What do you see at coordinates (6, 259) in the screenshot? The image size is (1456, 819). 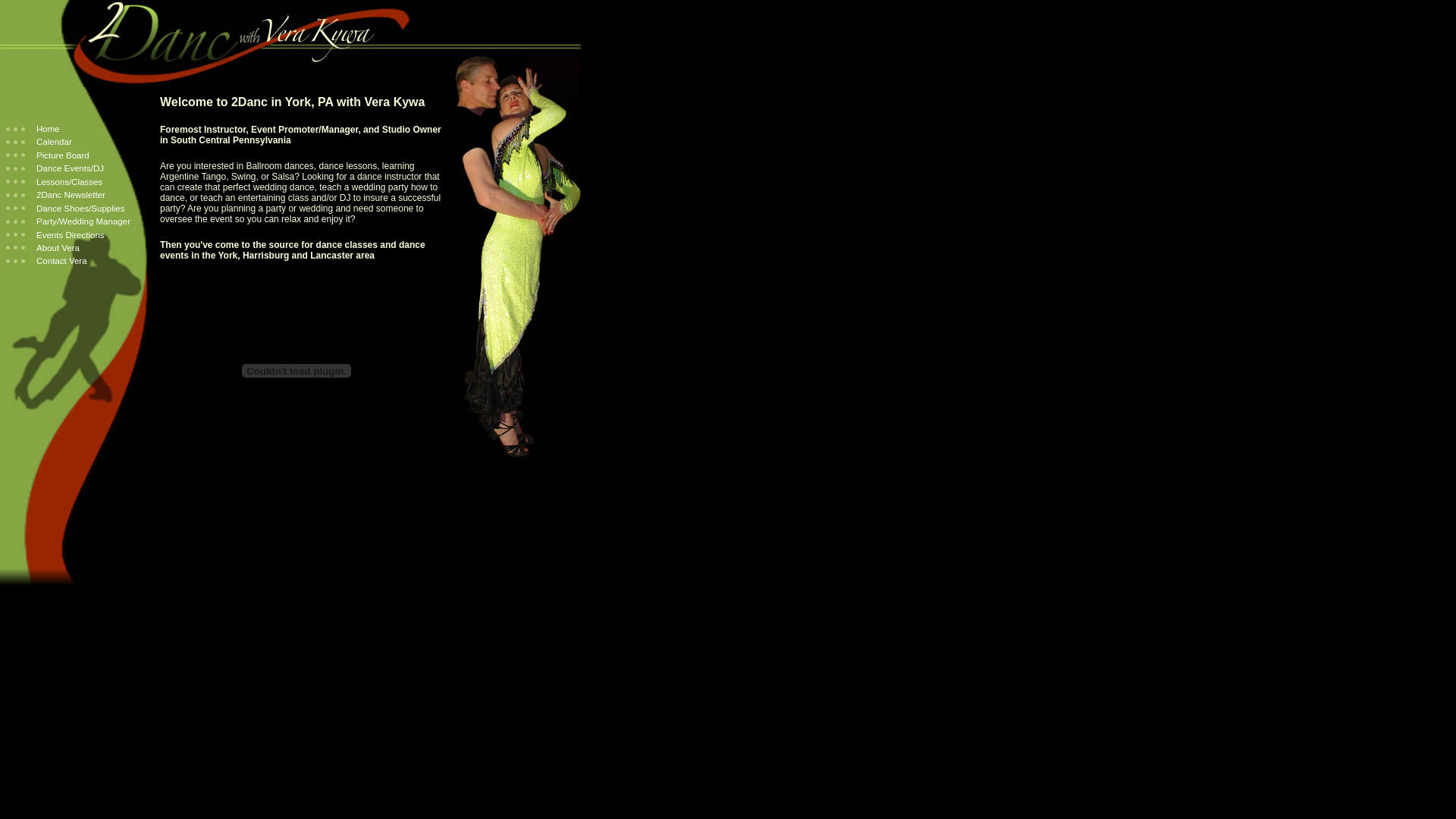 I see `'Contact Vera'` at bounding box center [6, 259].